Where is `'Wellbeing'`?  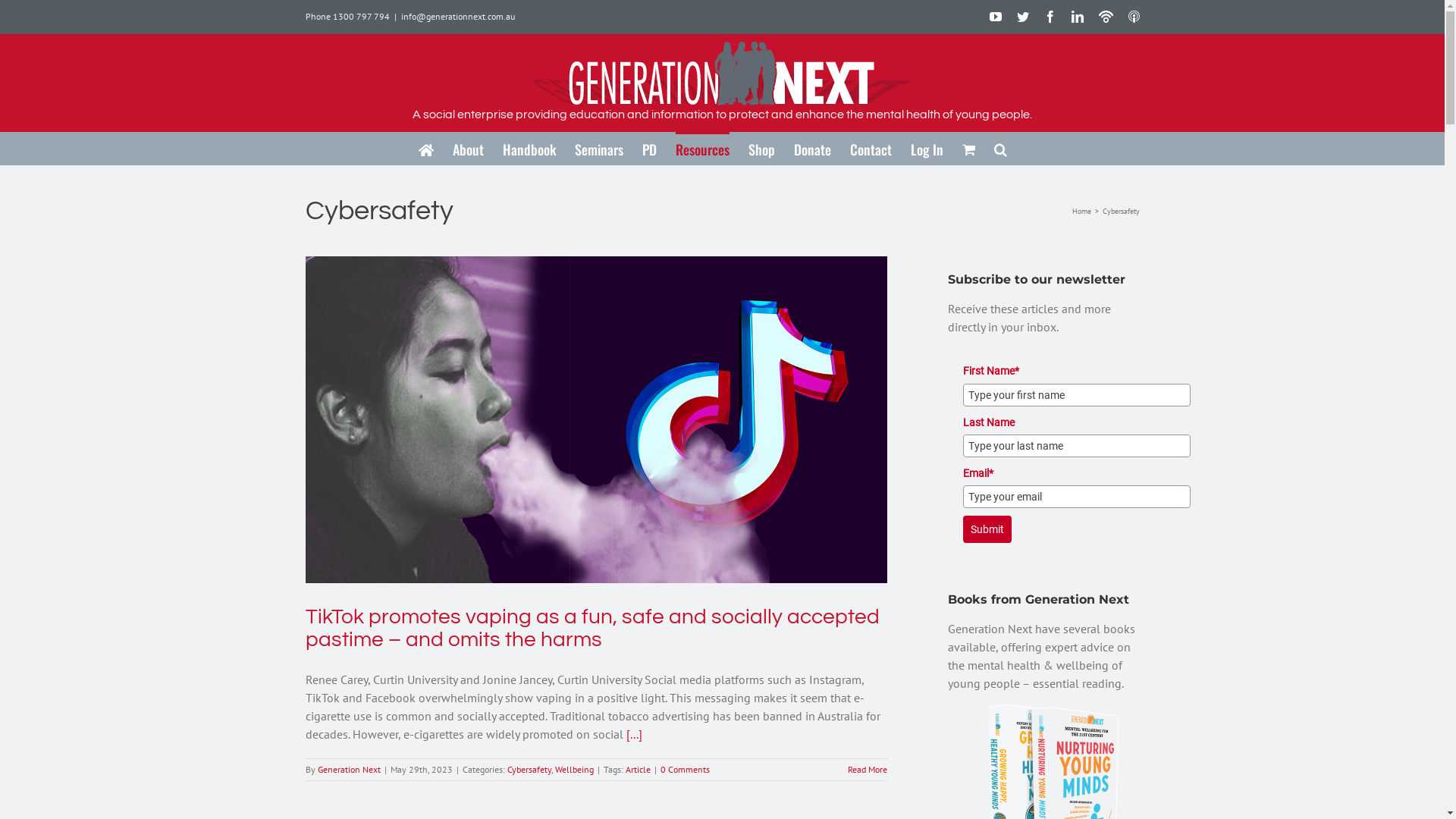
'Wellbeing' is located at coordinates (573, 769).